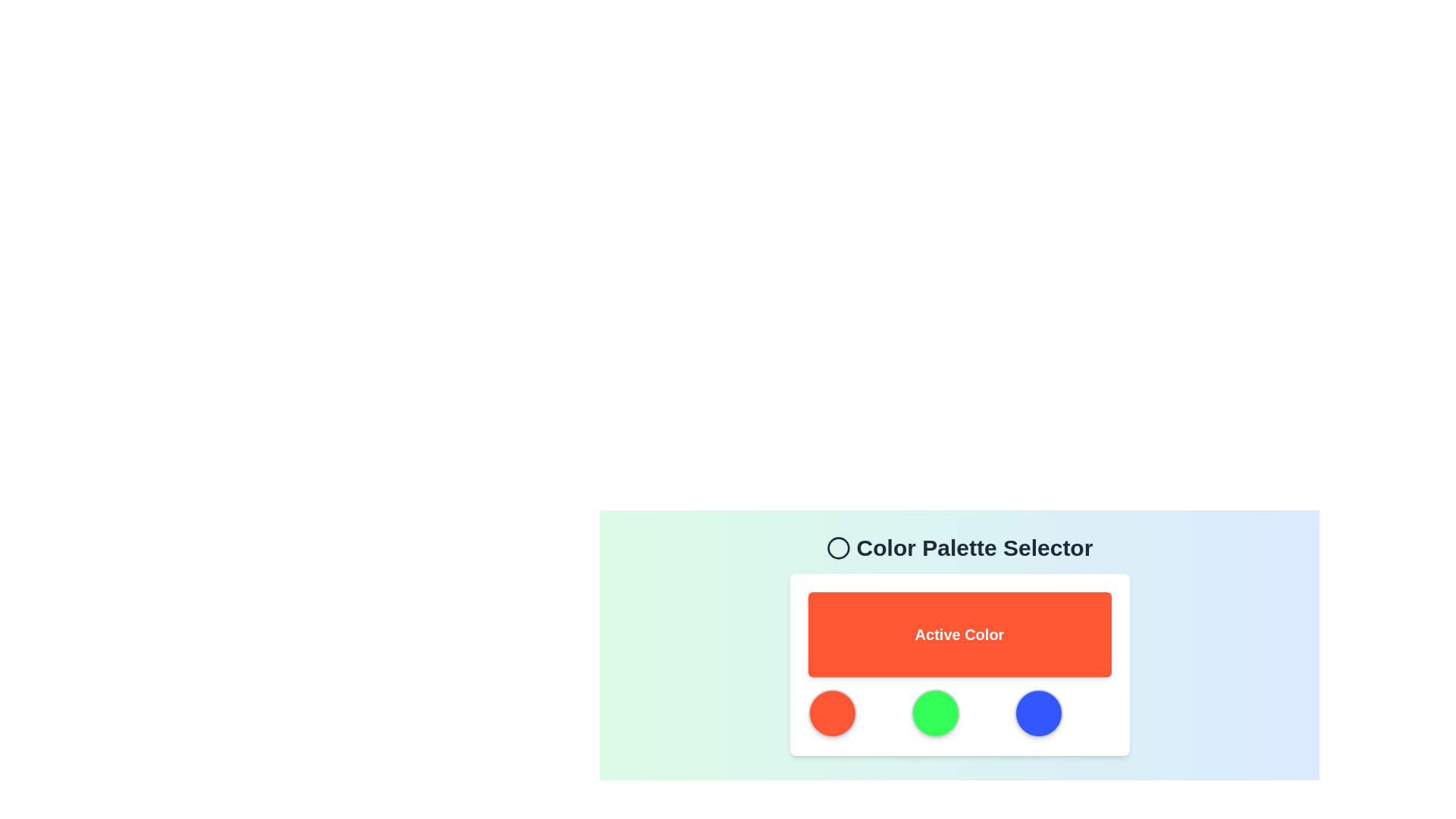 The width and height of the screenshot is (1456, 819). I want to click on the second circular button for color selection to choose green as the active color, so click(934, 714).